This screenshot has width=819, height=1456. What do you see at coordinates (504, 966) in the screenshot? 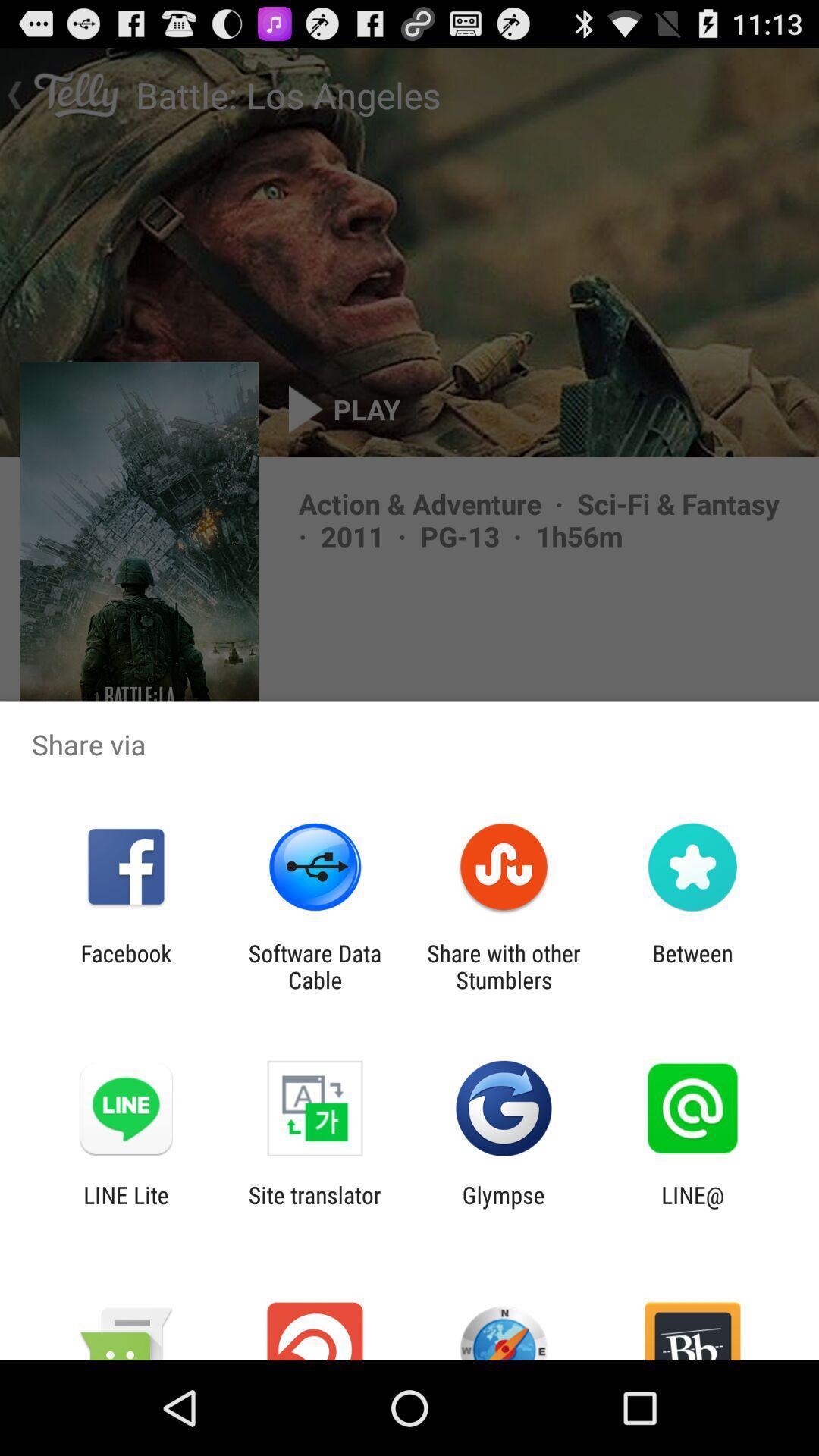
I see `the item next to between` at bounding box center [504, 966].